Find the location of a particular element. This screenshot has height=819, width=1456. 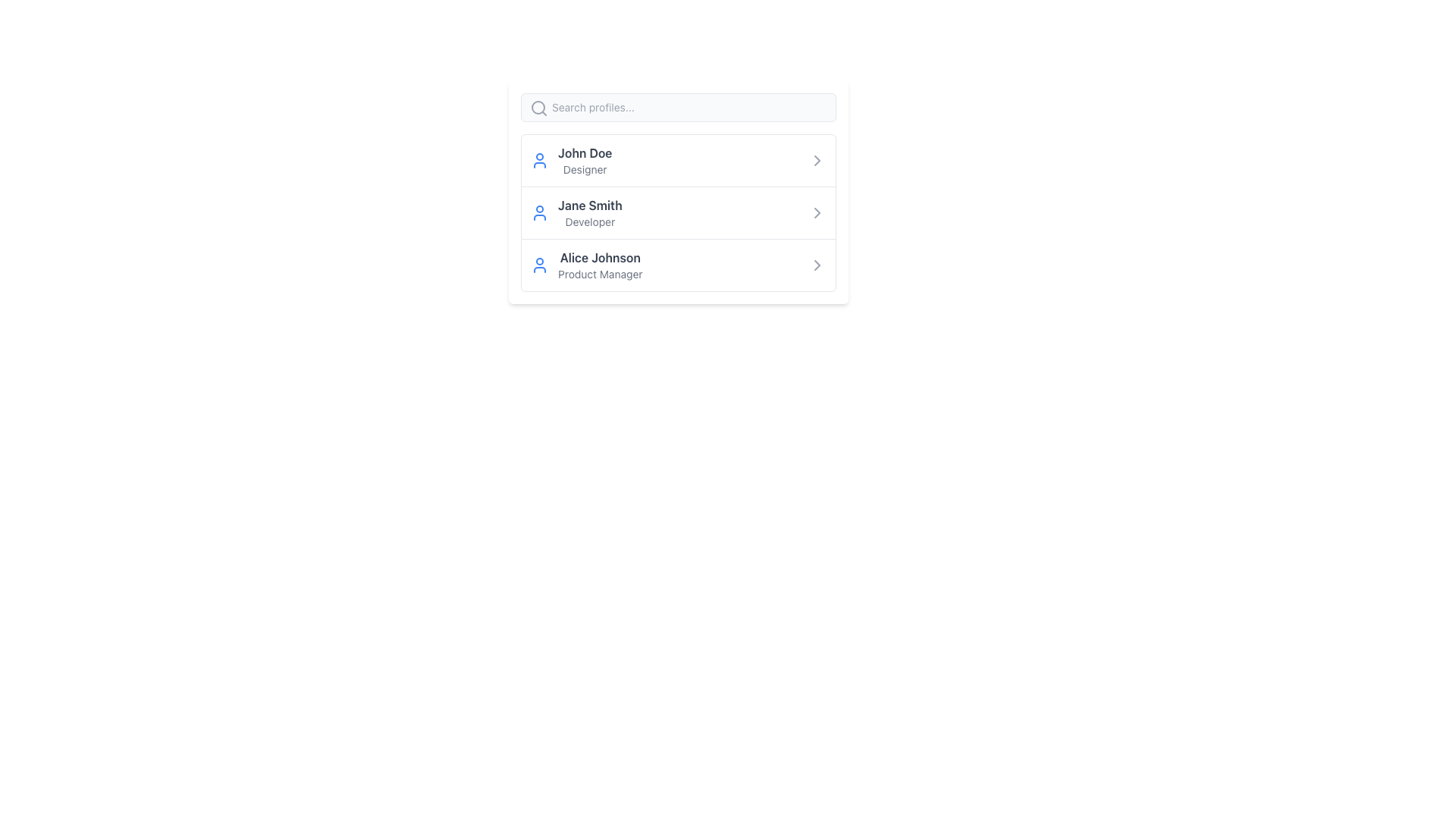

the profile user name label located at the top-left of the first profile card, above the 'Designer' descriptor is located at coordinates (584, 152).